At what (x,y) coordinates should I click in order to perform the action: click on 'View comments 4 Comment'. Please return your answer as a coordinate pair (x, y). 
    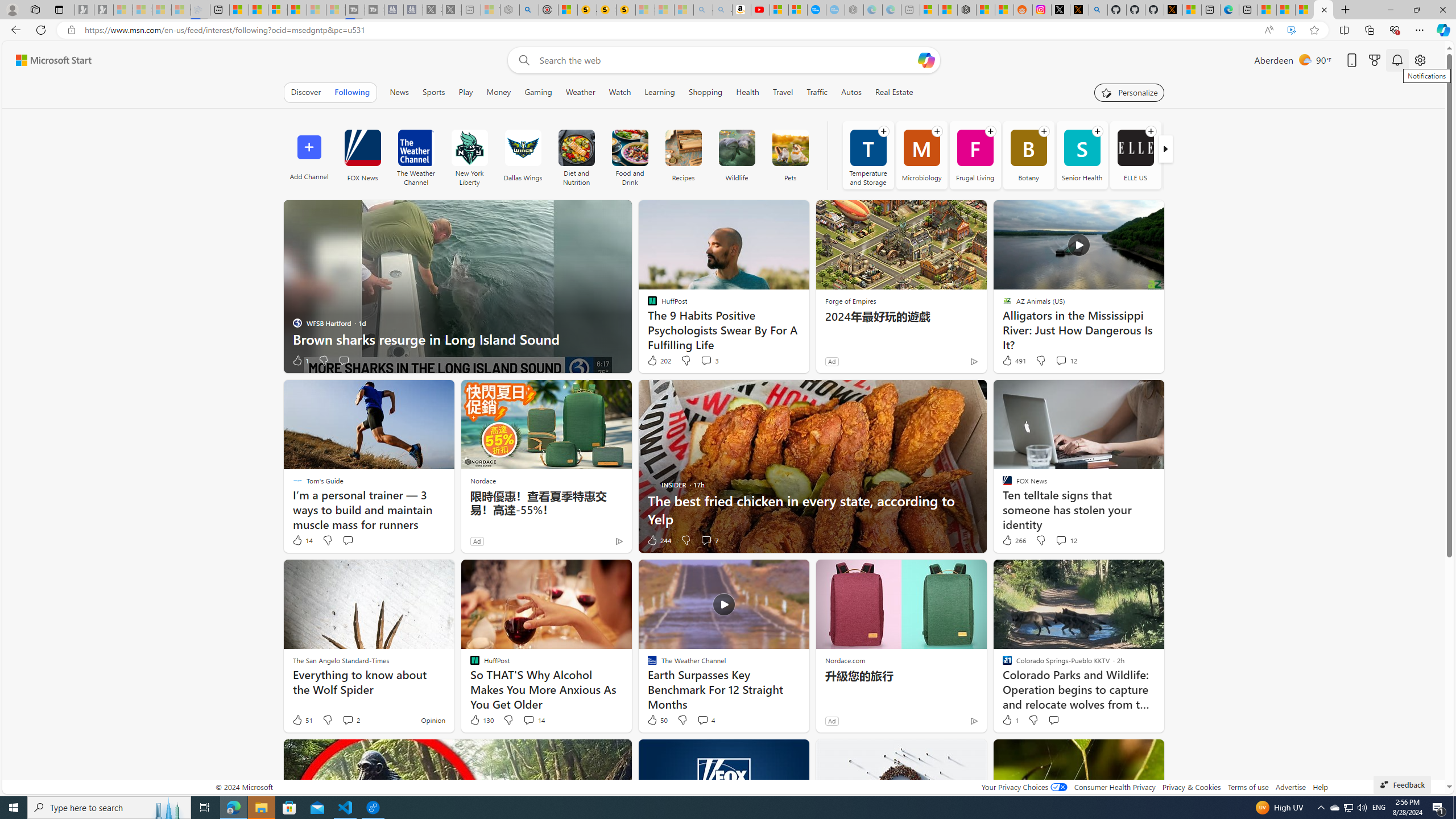
    Looking at the image, I should click on (702, 719).